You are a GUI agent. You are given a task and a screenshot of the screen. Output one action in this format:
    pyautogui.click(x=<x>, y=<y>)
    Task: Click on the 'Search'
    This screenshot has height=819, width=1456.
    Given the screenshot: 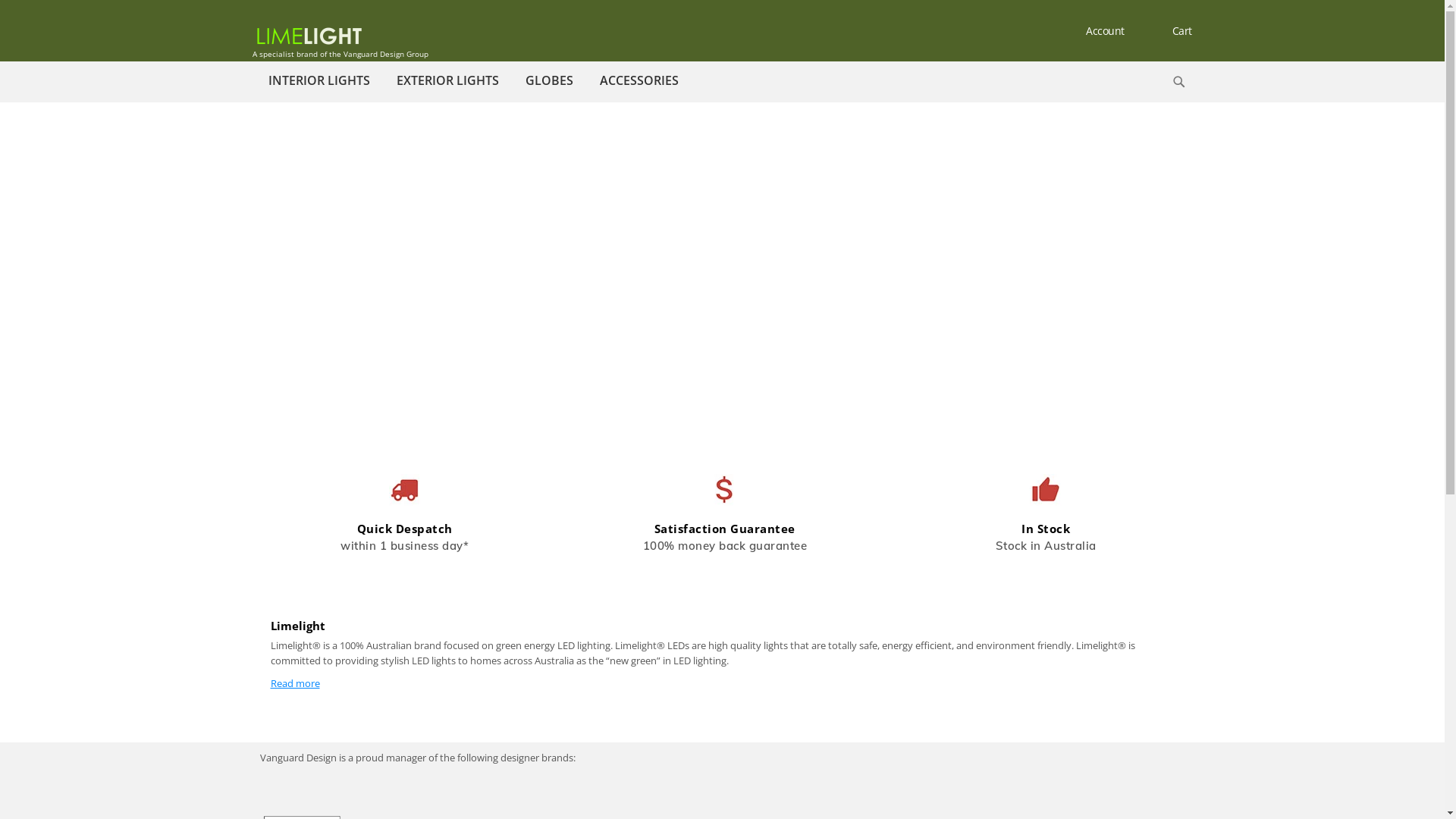 What is the action you would take?
    pyautogui.click(x=1178, y=82)
    